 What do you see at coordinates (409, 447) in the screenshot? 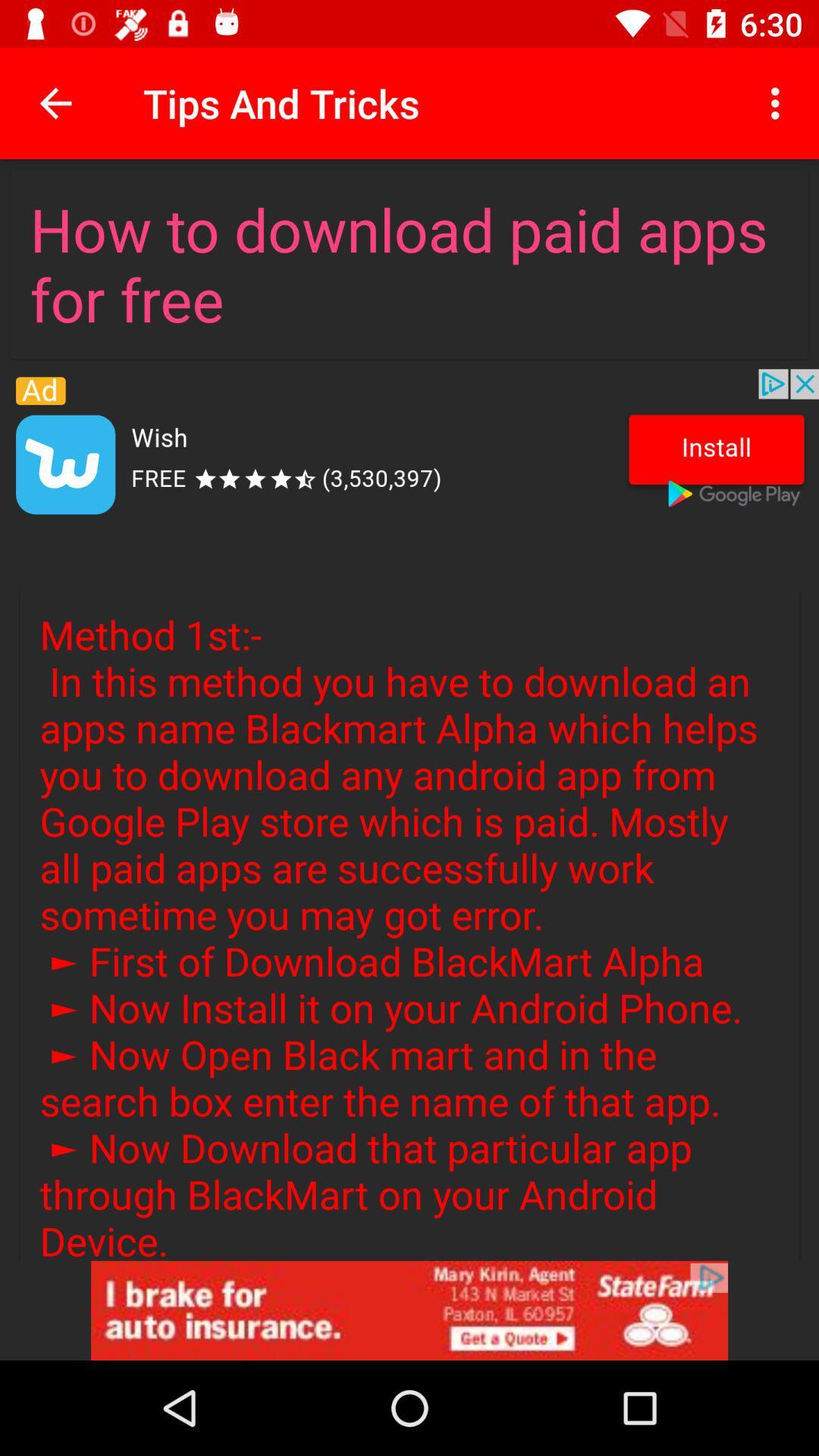
I see `install app` at bounding box center [409, 447].